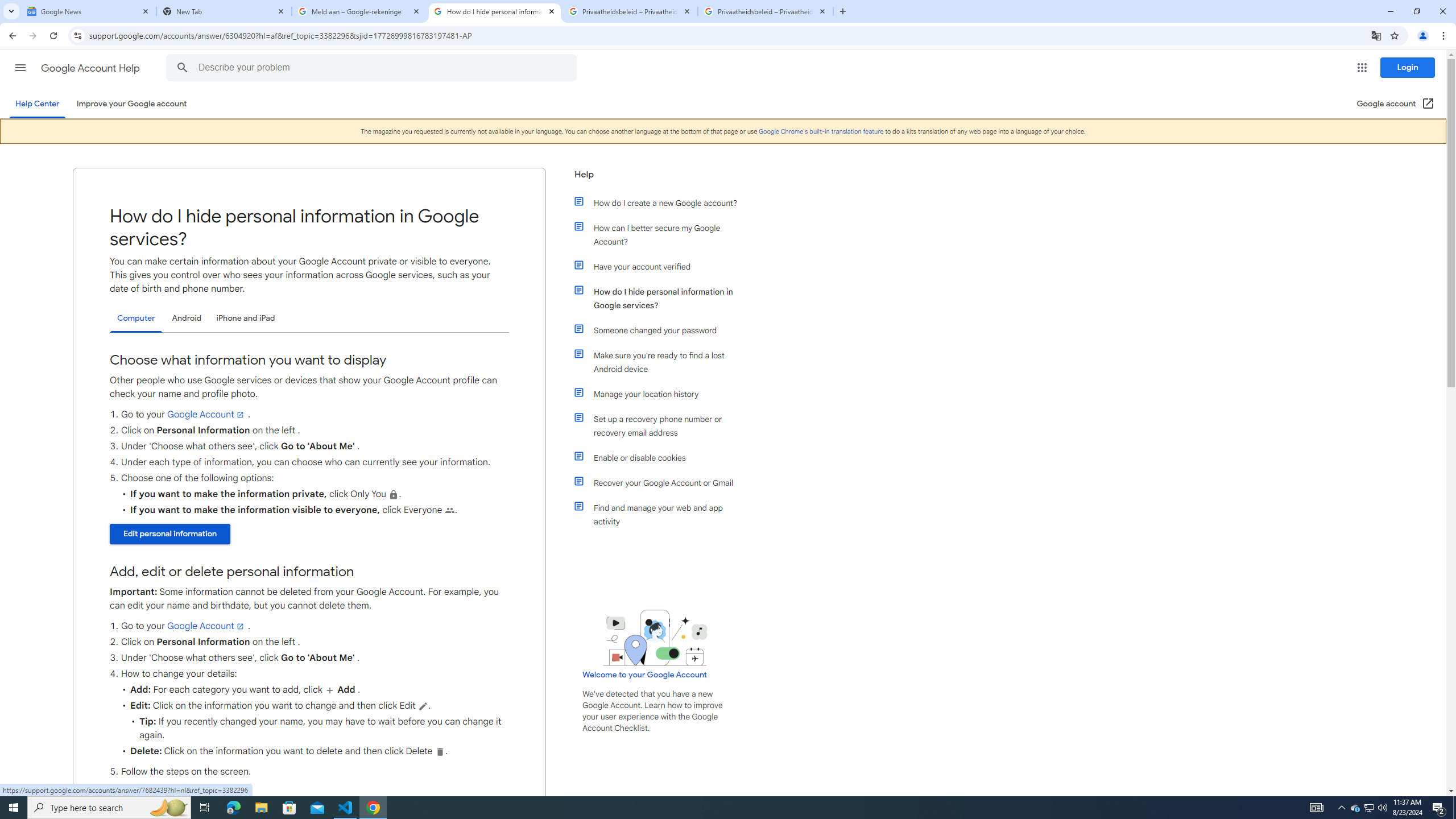 Image resolution: width=1456 pixels, height=819 pixels. What do you see at coordinates (186, 318) in the screenshot?
I see `'Android'` at bounding box center [186, 318].